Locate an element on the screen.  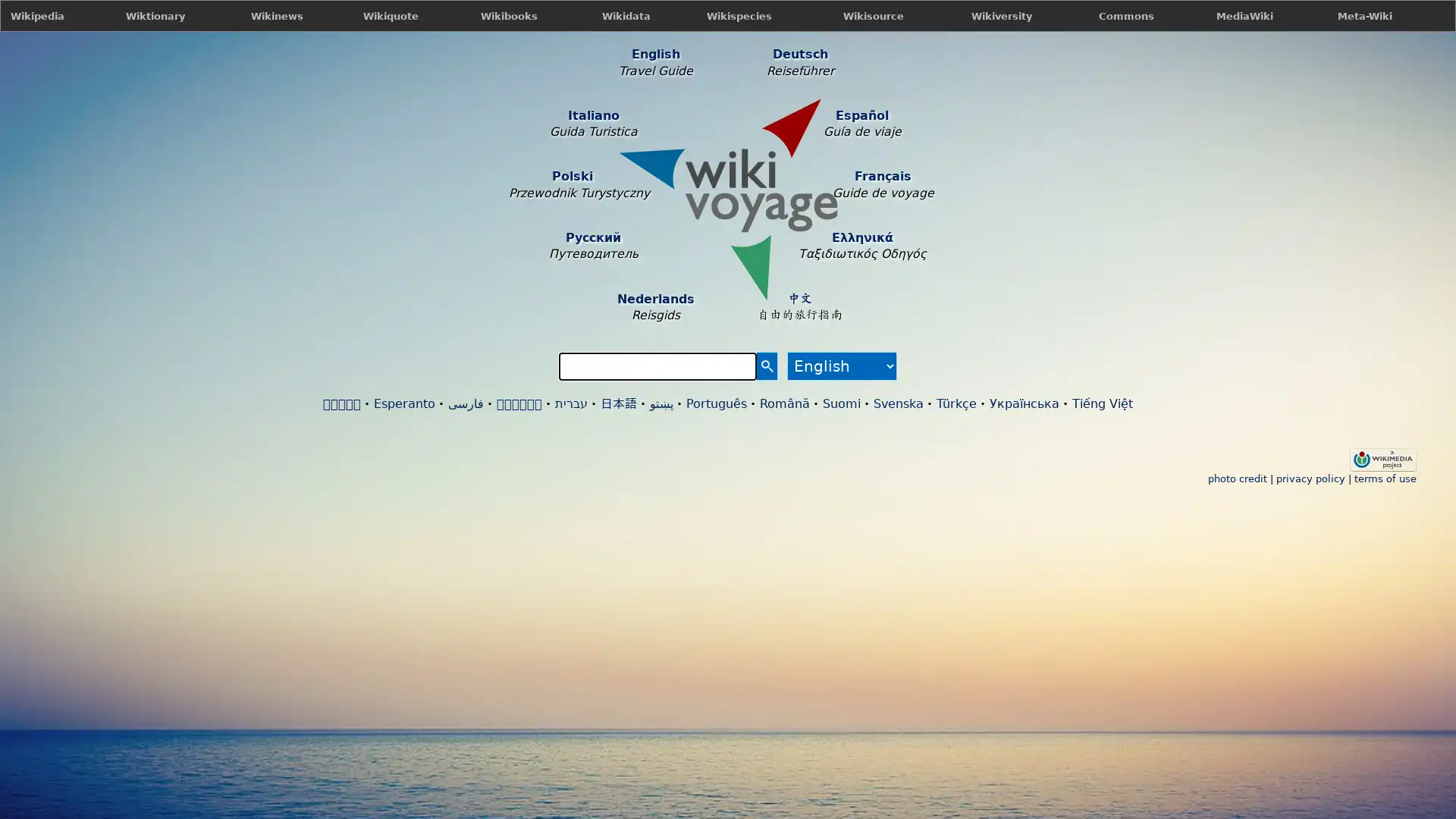
Search is located at coordinates (767, 366).